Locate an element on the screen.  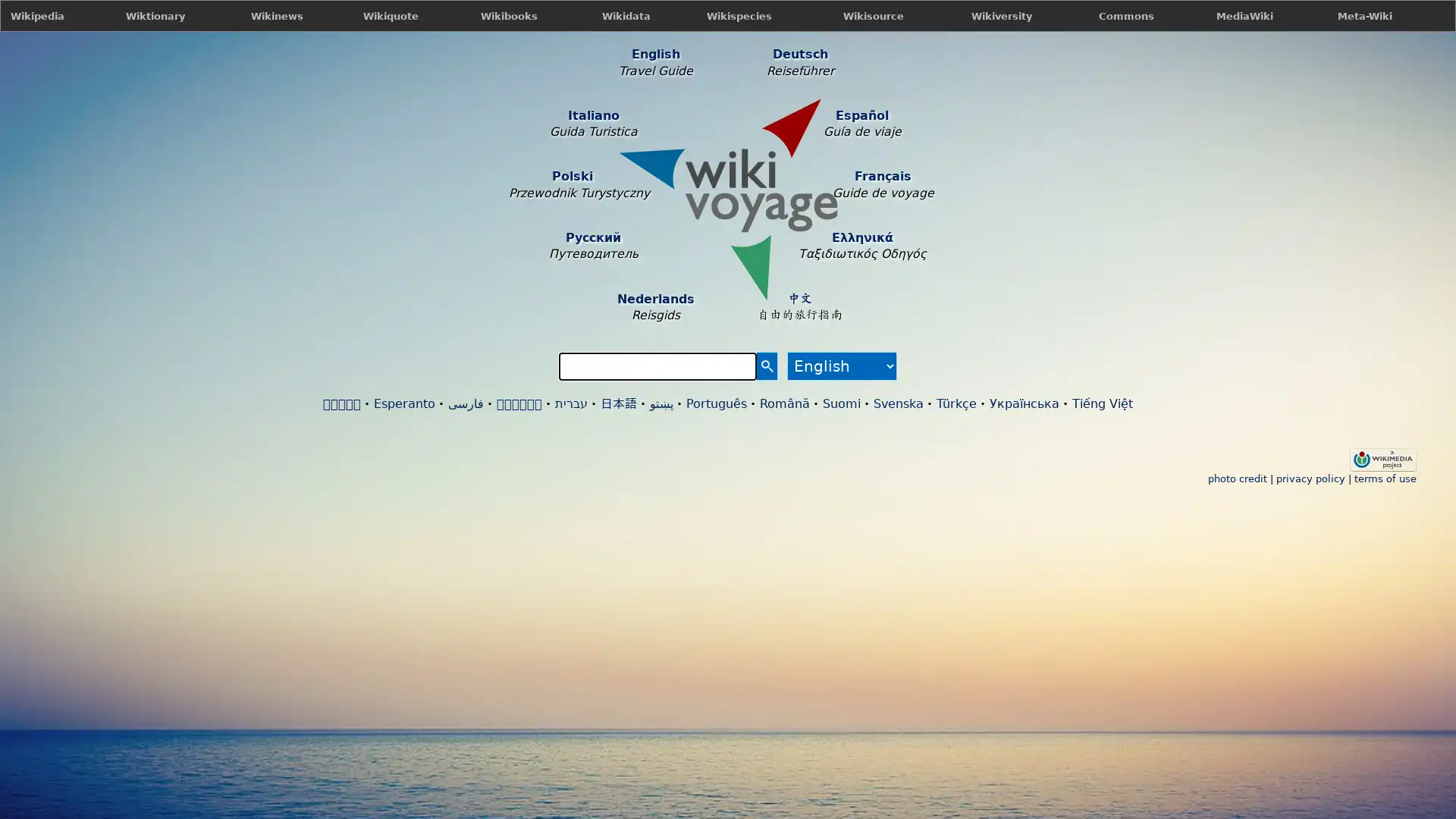
Search is located at coordinates (767, 366).